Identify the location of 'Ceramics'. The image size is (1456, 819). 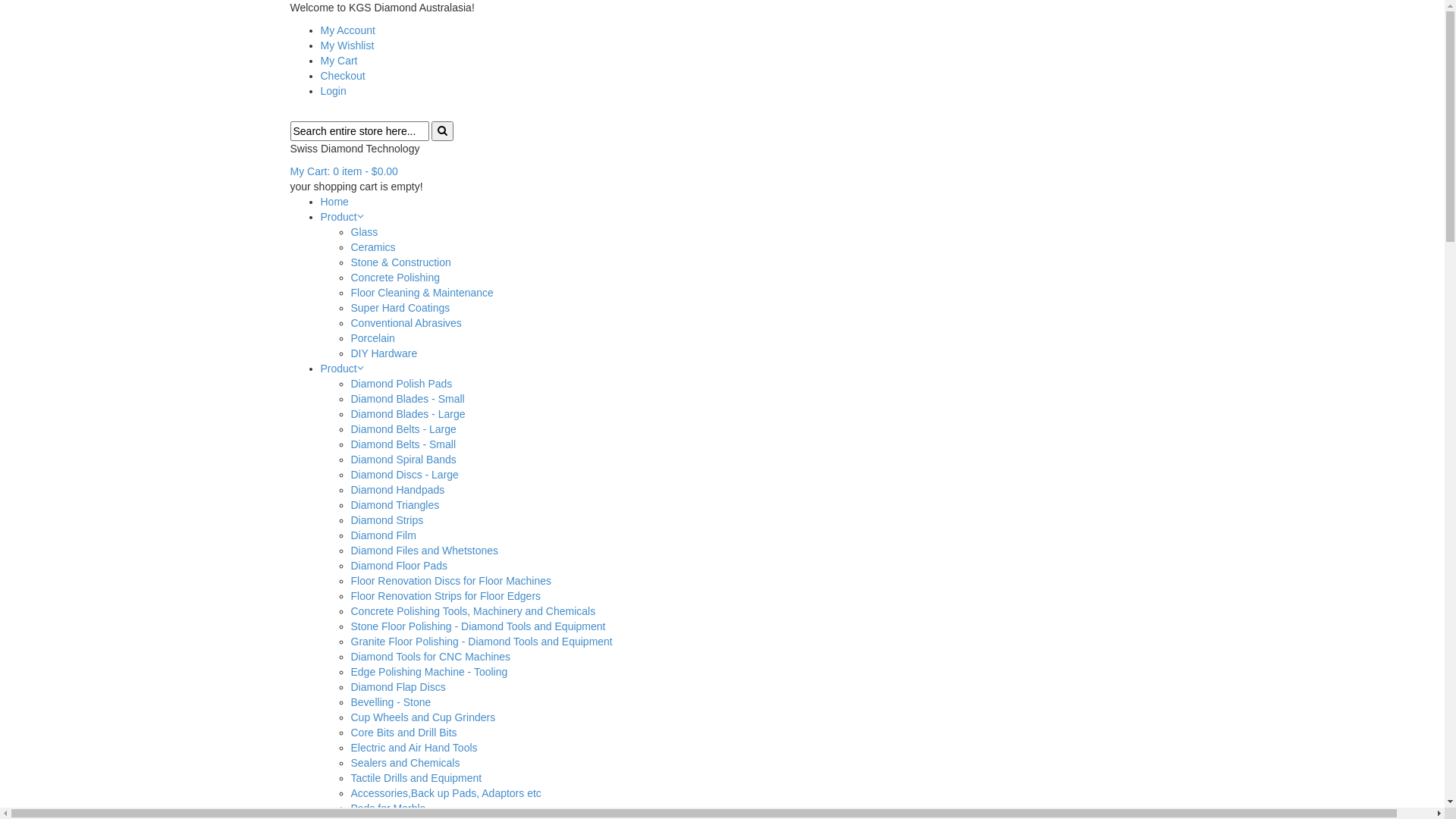
(372, 246).